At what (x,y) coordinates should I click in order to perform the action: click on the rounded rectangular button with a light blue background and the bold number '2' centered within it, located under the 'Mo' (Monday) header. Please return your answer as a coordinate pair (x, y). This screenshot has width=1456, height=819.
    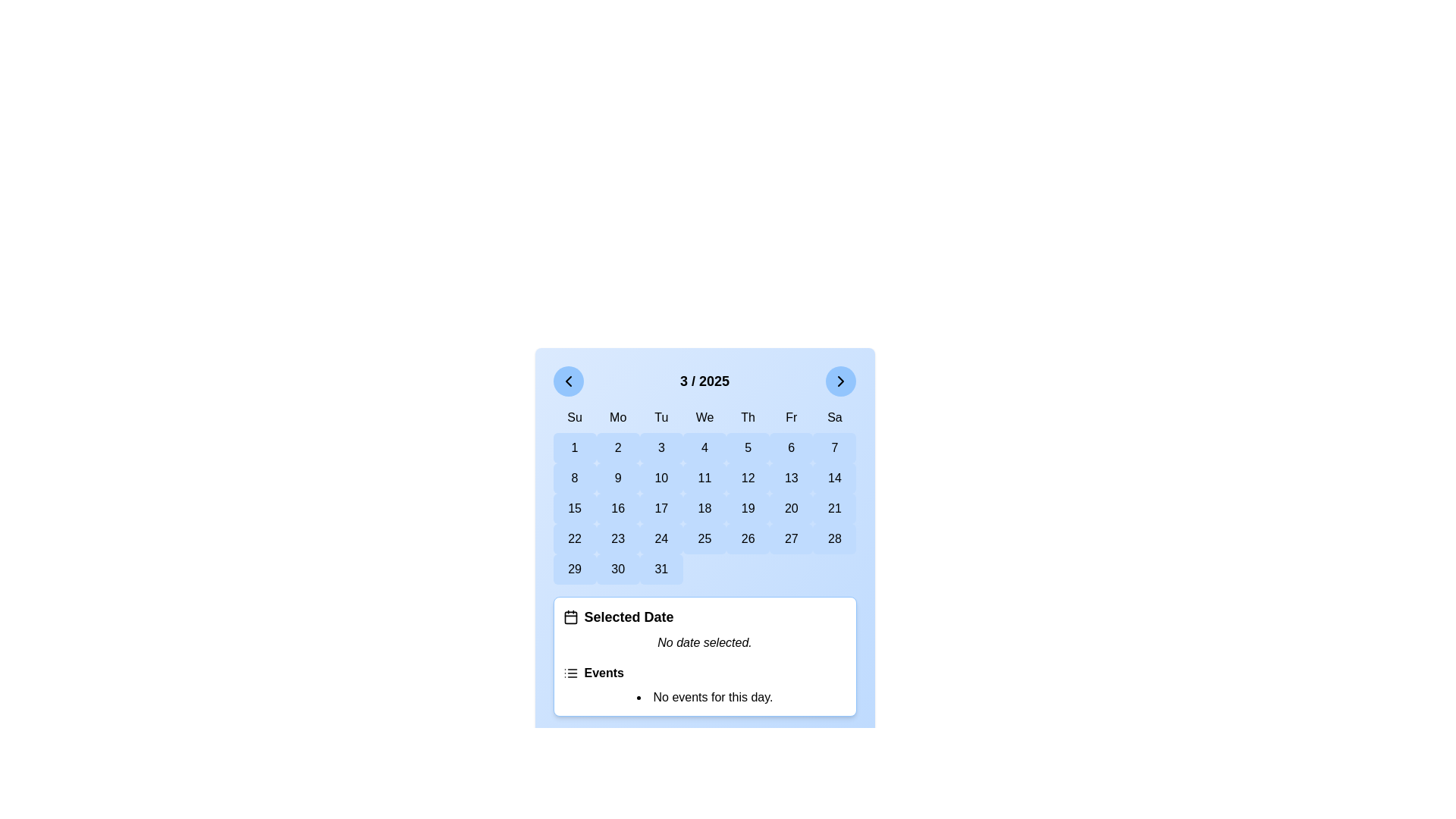
    Looking at the image, I should click on (618, 447).